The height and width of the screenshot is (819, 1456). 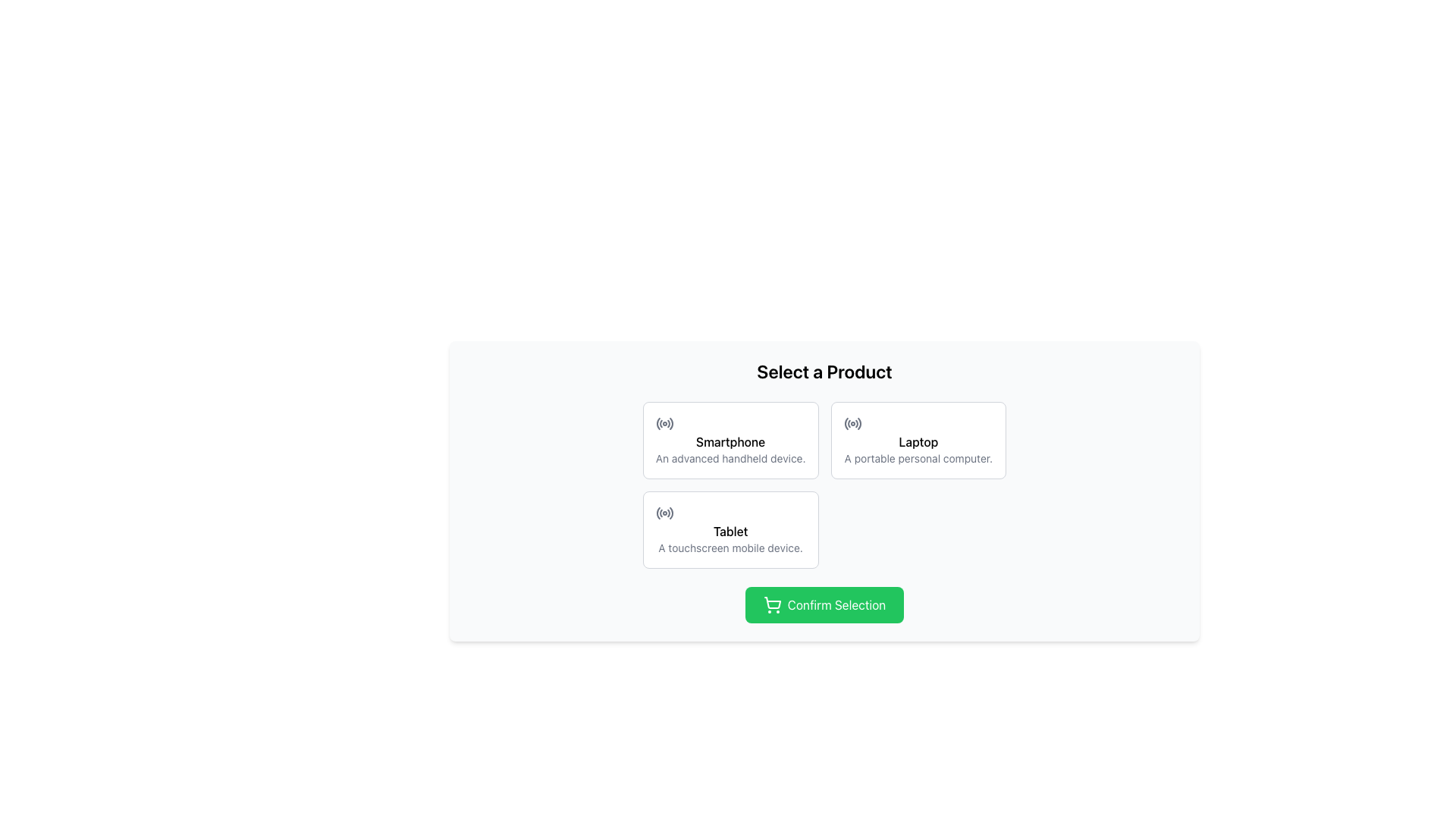 What do you see at coordinates (730, 538) in the screenshot?
I see `the Text label displaying 'Tablet' which is located at the bottom center of the selection group, above the 'Confirm Selection' button` at bounding box center [730, 538].